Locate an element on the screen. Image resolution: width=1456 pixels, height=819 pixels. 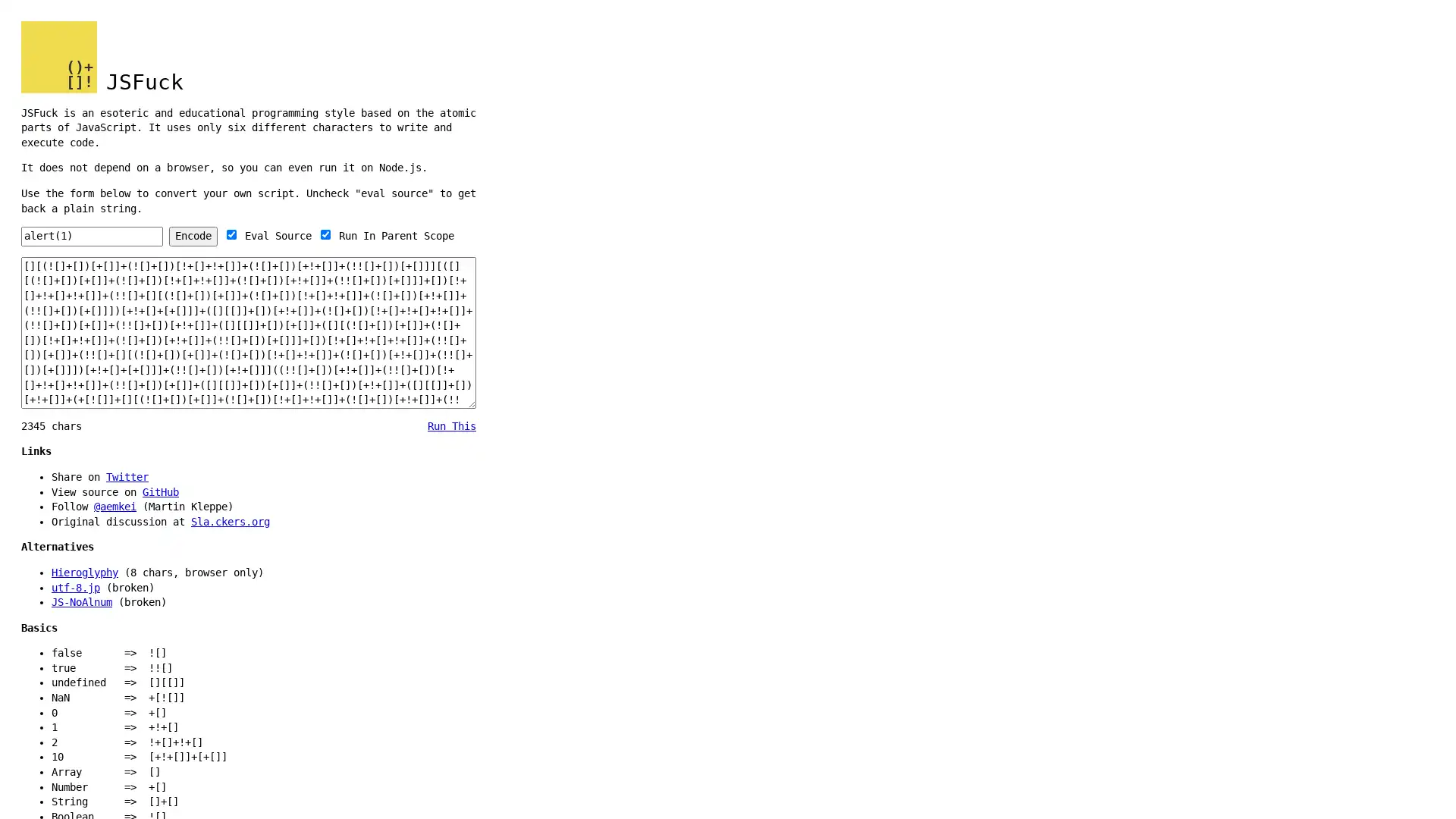
Encode is located at coordinates (192, 236).